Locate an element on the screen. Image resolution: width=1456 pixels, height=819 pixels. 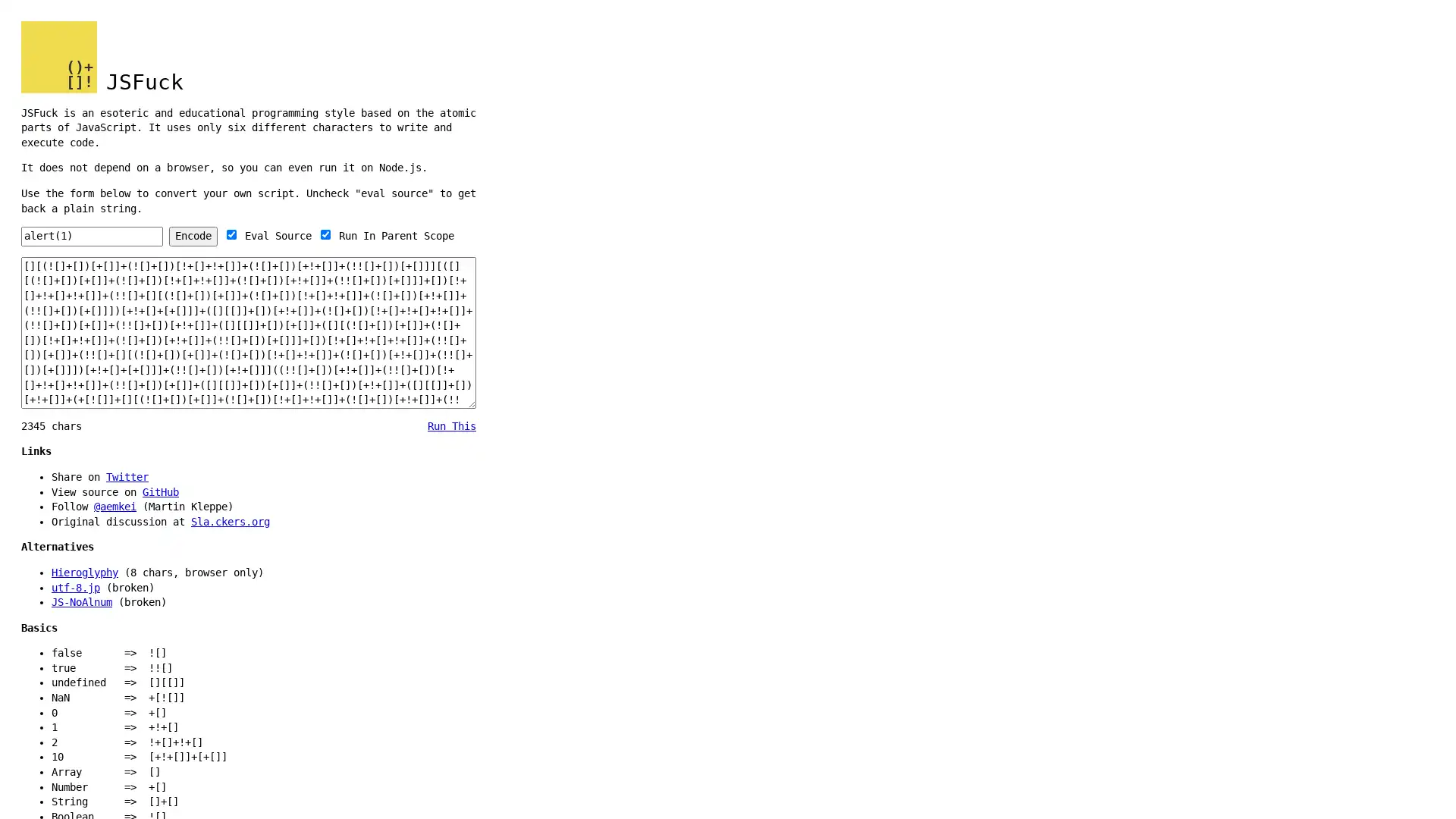
Encode is located at coordinates (192, 236).